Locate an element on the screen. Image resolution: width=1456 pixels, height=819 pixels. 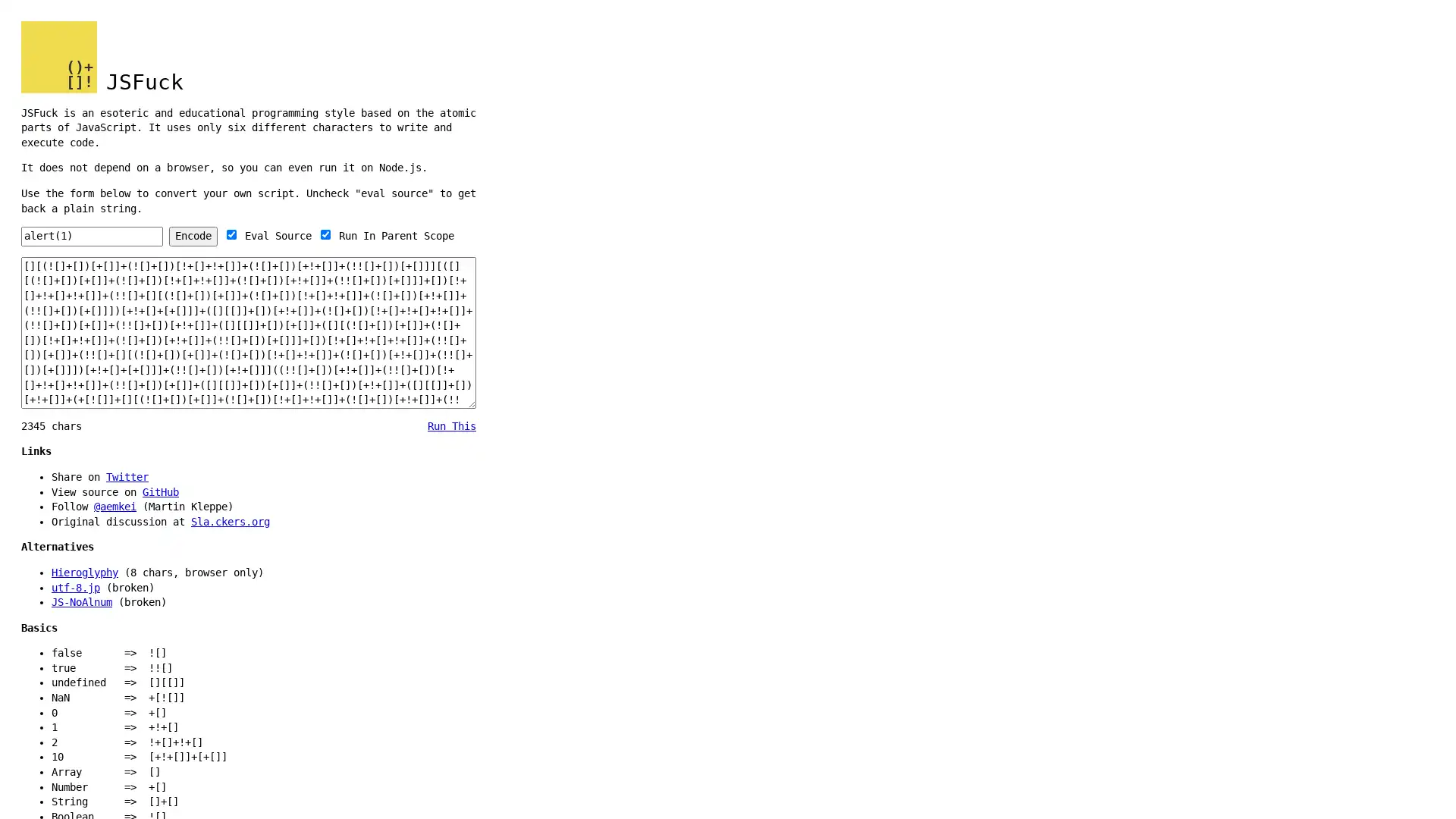
Encode is located at coordinates (192, 236).